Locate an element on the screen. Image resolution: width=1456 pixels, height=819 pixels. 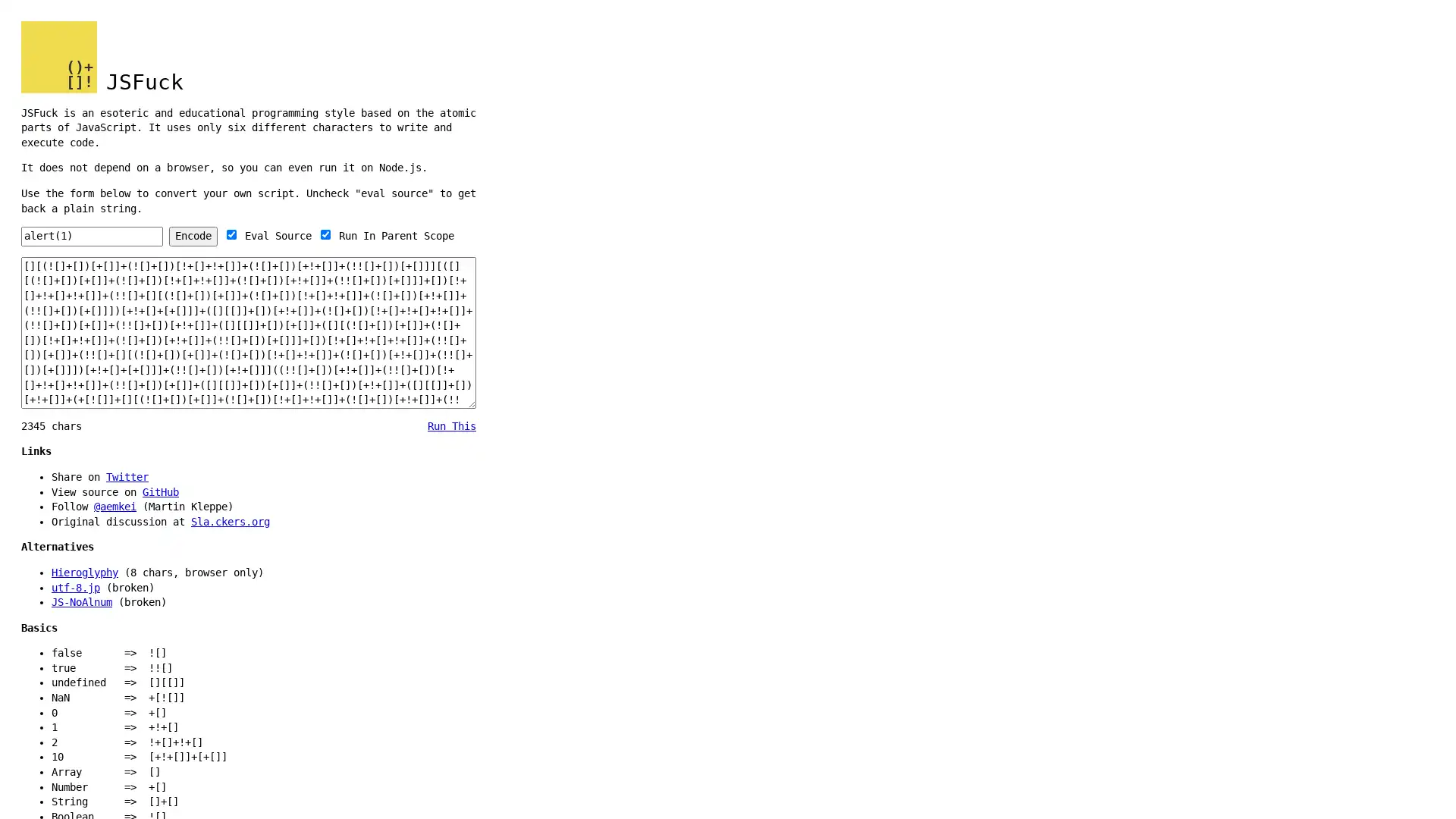
Encode is located at coordinates (192, 236).